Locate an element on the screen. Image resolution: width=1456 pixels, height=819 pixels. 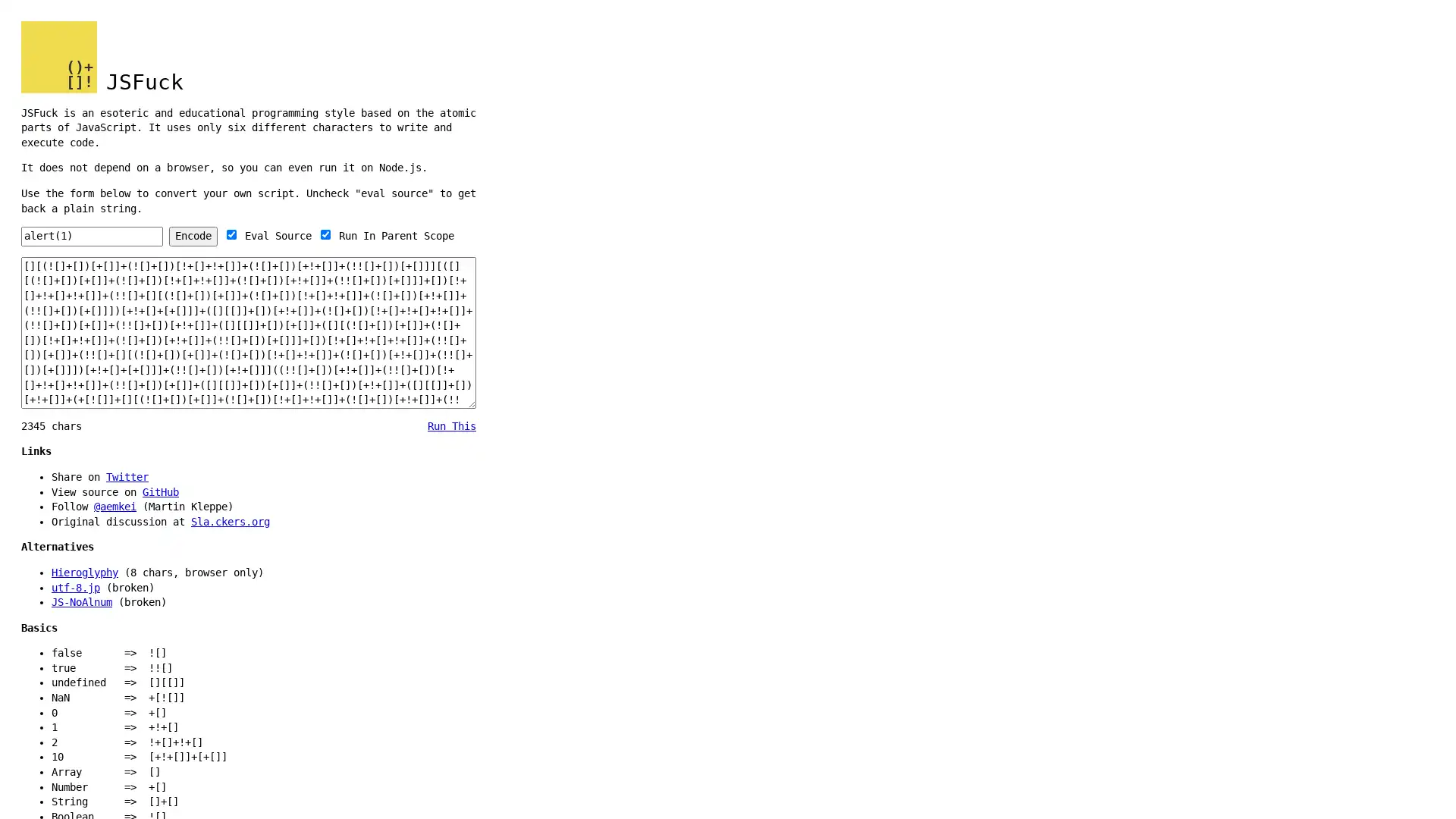
Encode is located at coordinates (192, 236).